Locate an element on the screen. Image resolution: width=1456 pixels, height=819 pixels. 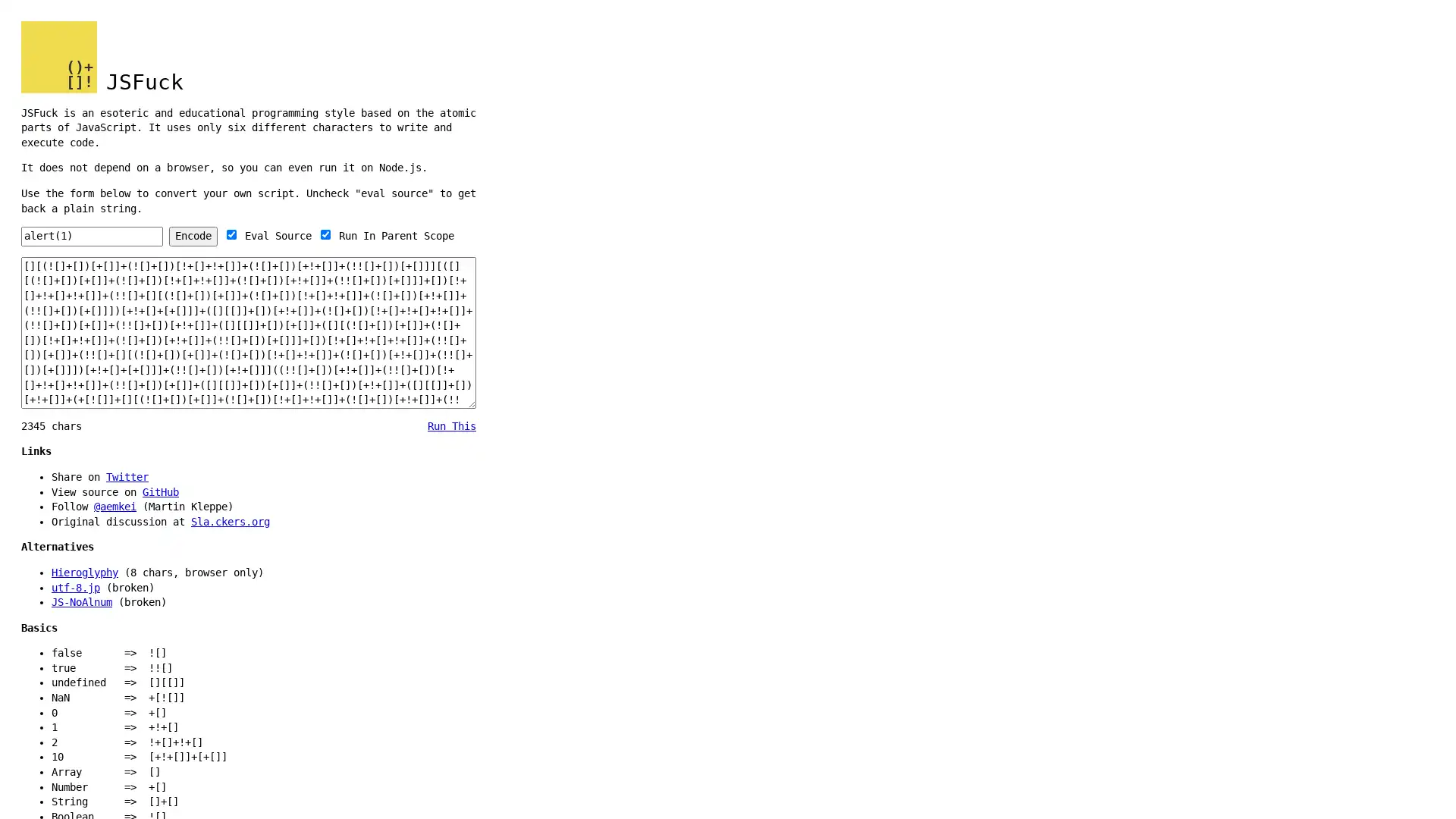
Encode is located at coordinates (192, 236).